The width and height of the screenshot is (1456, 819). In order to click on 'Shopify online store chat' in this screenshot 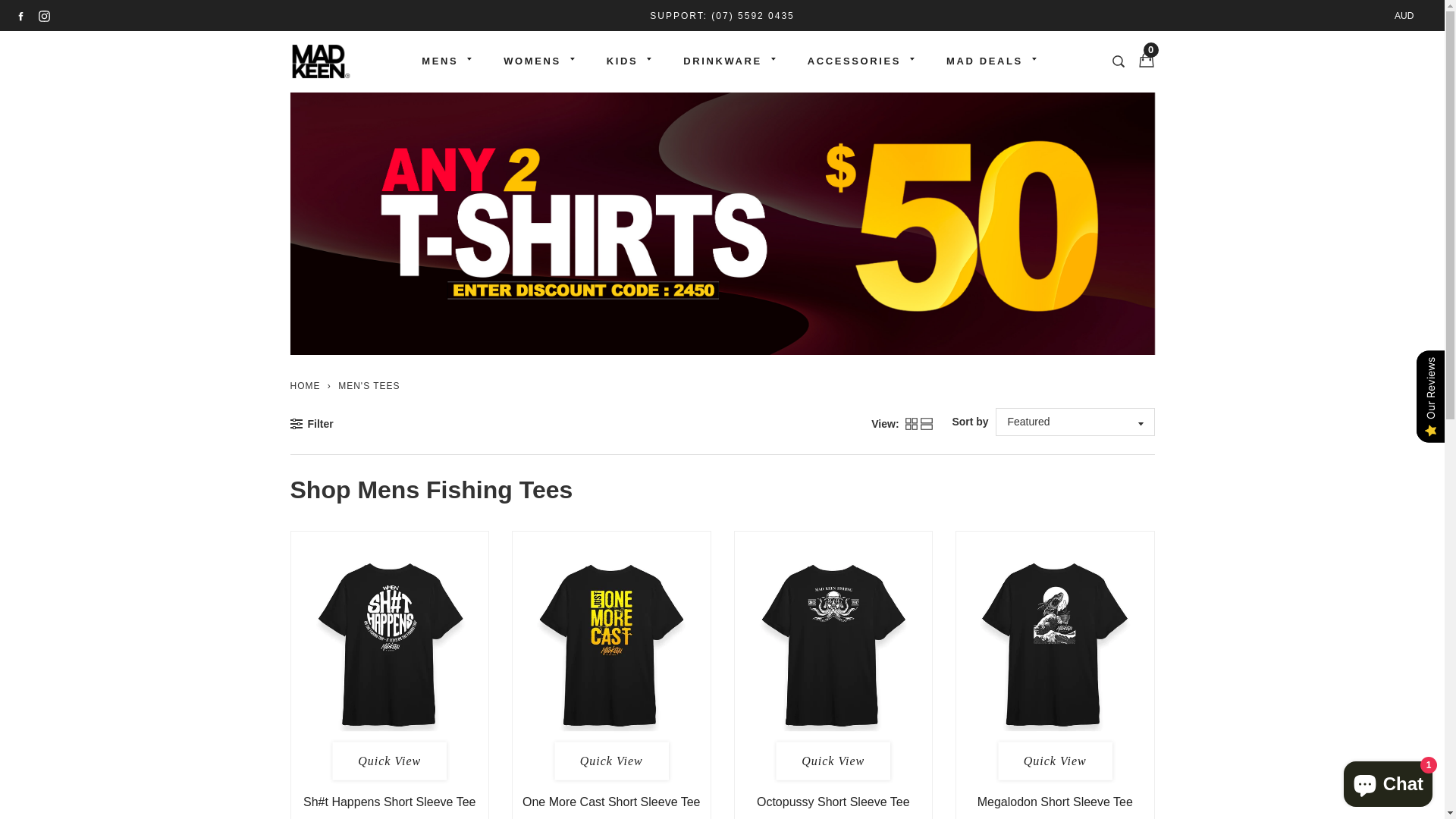, I will do `click(1339, 780)`.